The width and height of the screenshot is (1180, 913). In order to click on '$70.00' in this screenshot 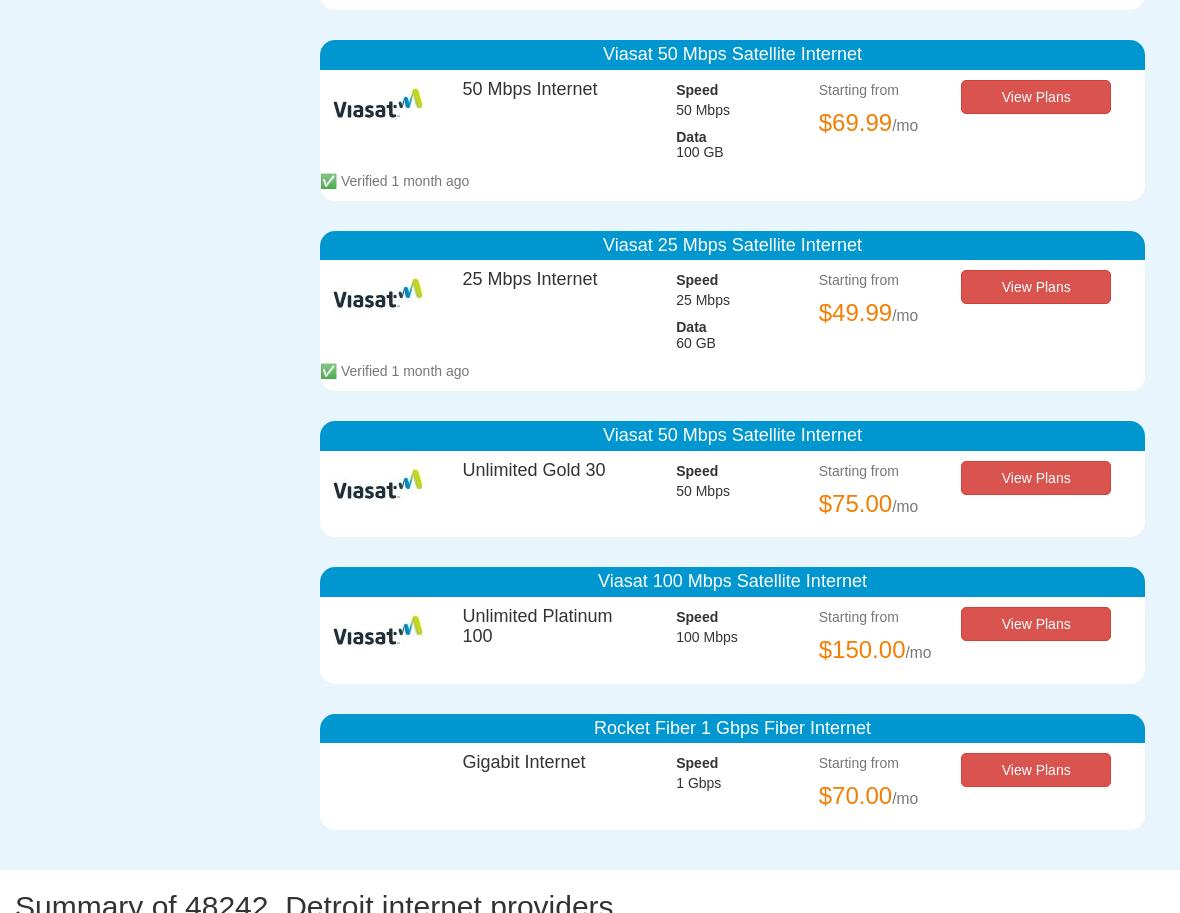, I will do `click(855, 794)`.